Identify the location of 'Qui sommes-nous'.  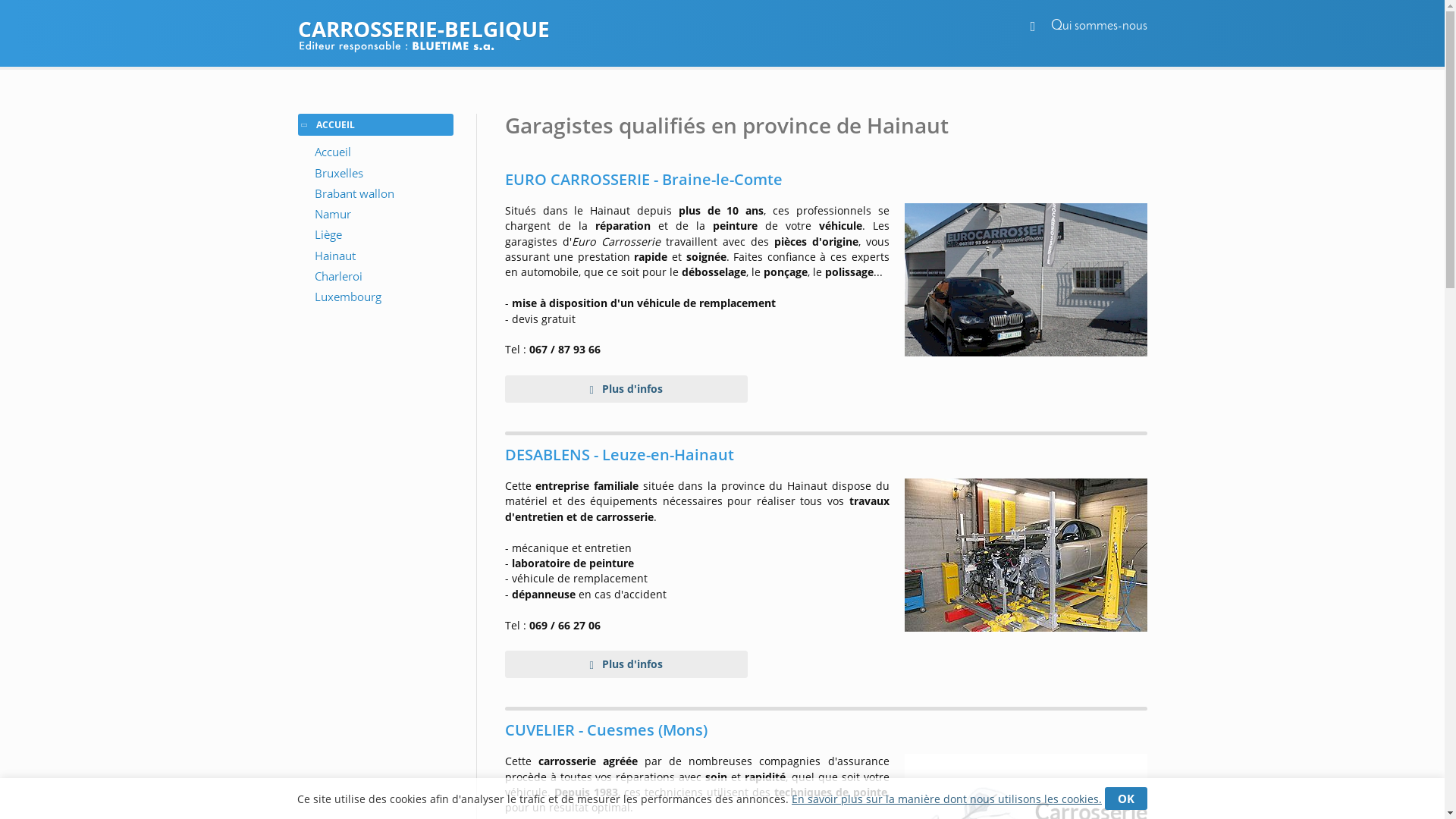
(1050, 26).